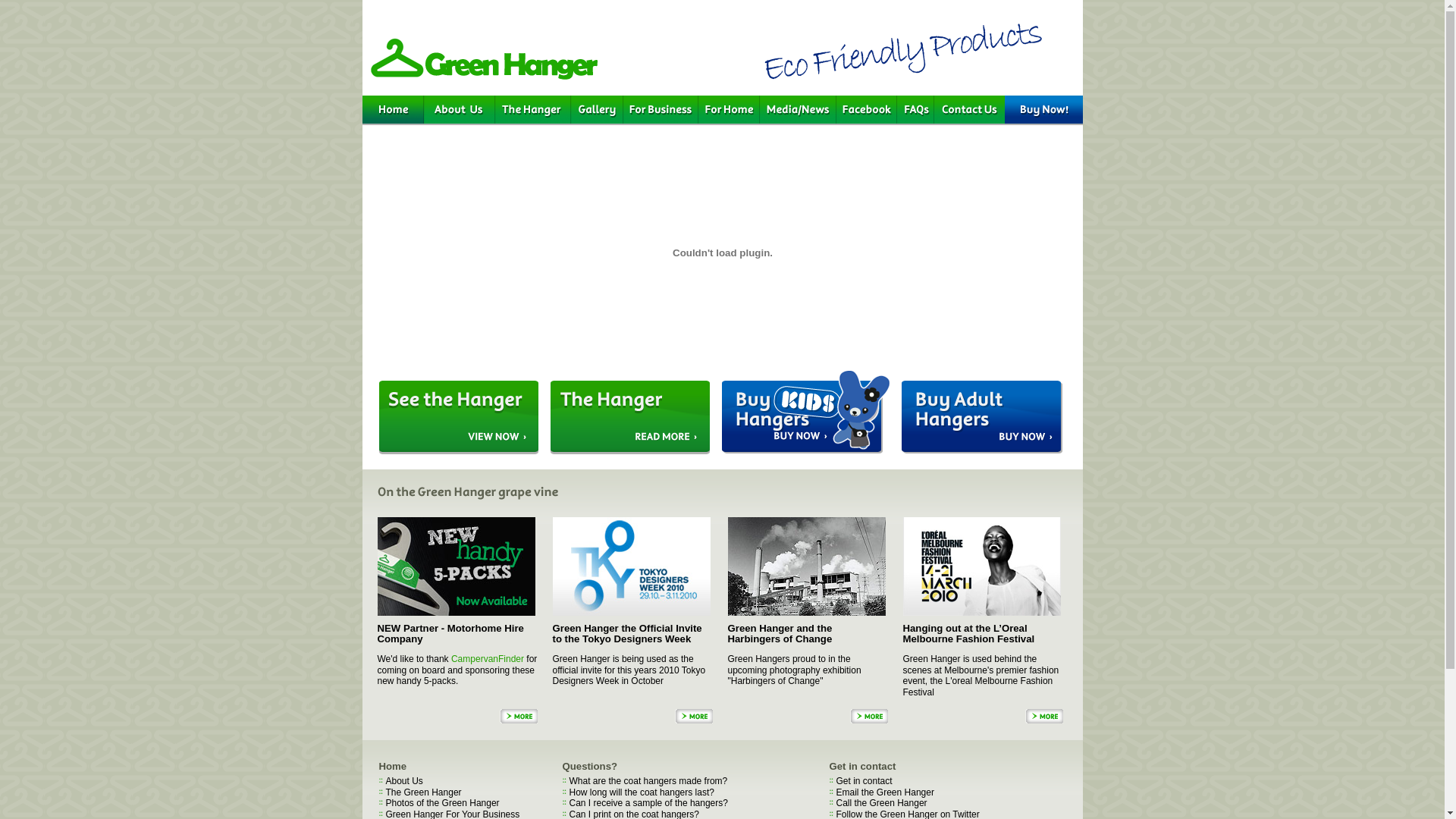  What do you see at coordinates (532, 109) in the screenshot?
I see `'The Hanger'` at bounding box center [532, 109].